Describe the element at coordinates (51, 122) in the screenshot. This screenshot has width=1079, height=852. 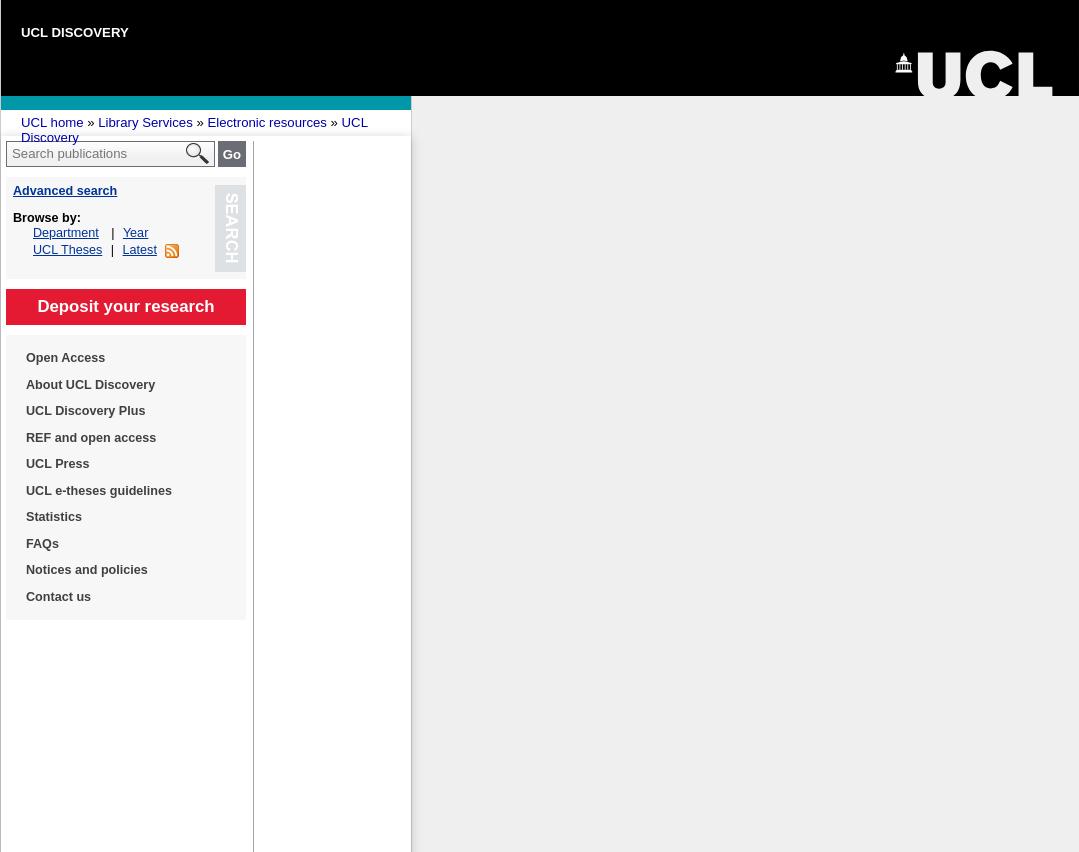
I see `'UCL home'` at that location.